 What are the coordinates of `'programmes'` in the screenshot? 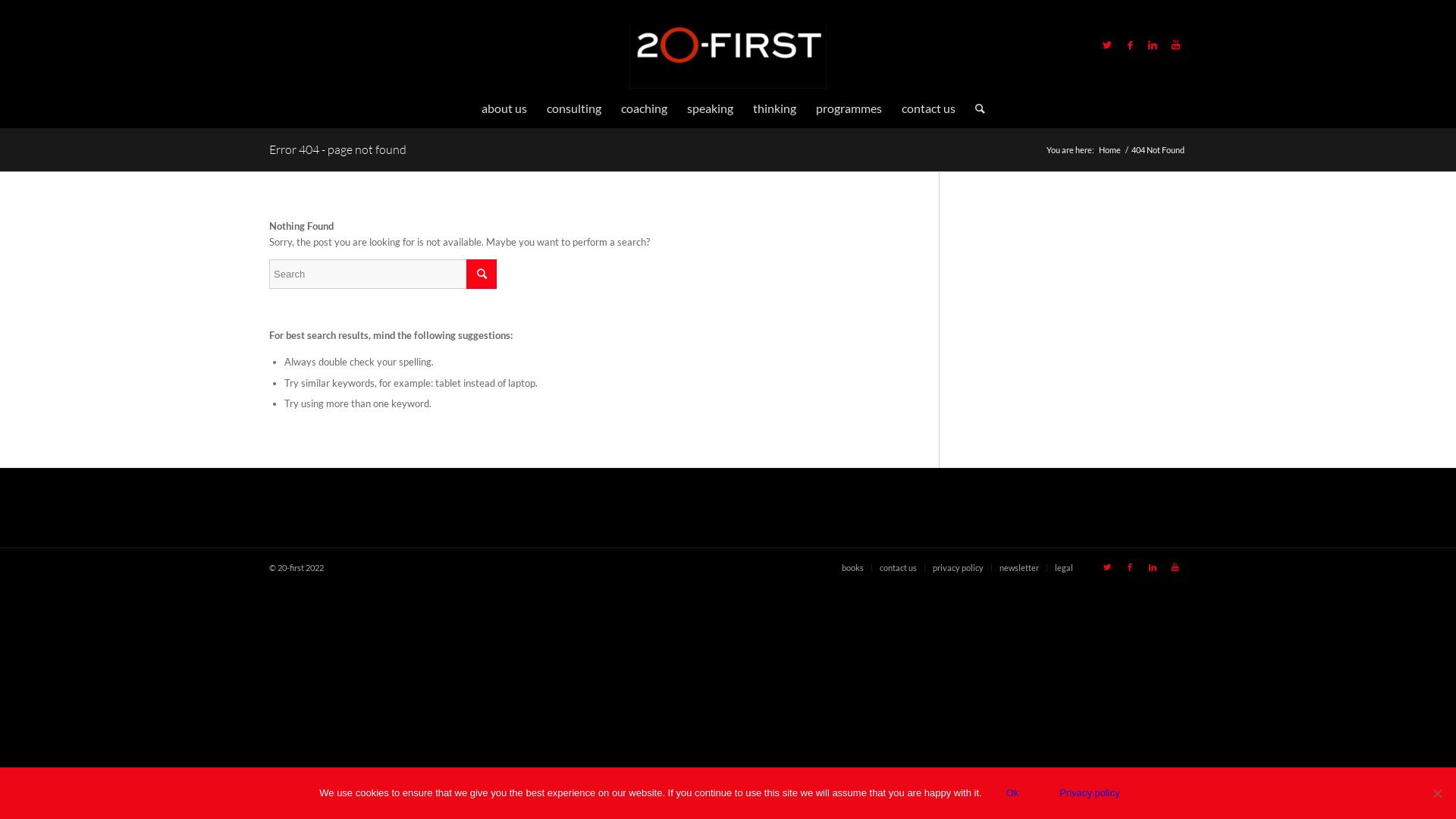 It's located at (847, 107).